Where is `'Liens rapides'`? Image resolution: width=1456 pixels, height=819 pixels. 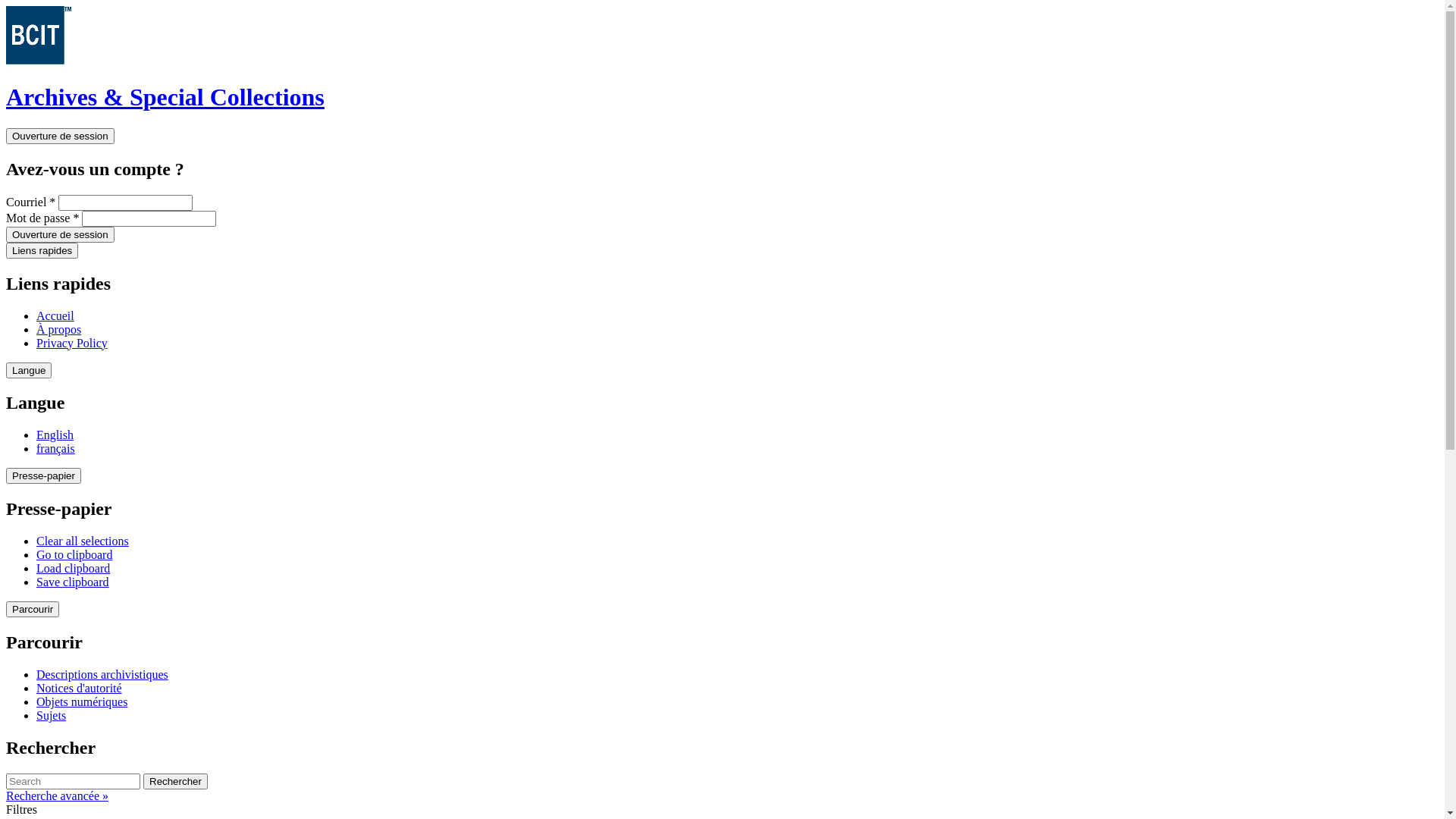
'Liens rapides' is located at coordinates (42, 249).